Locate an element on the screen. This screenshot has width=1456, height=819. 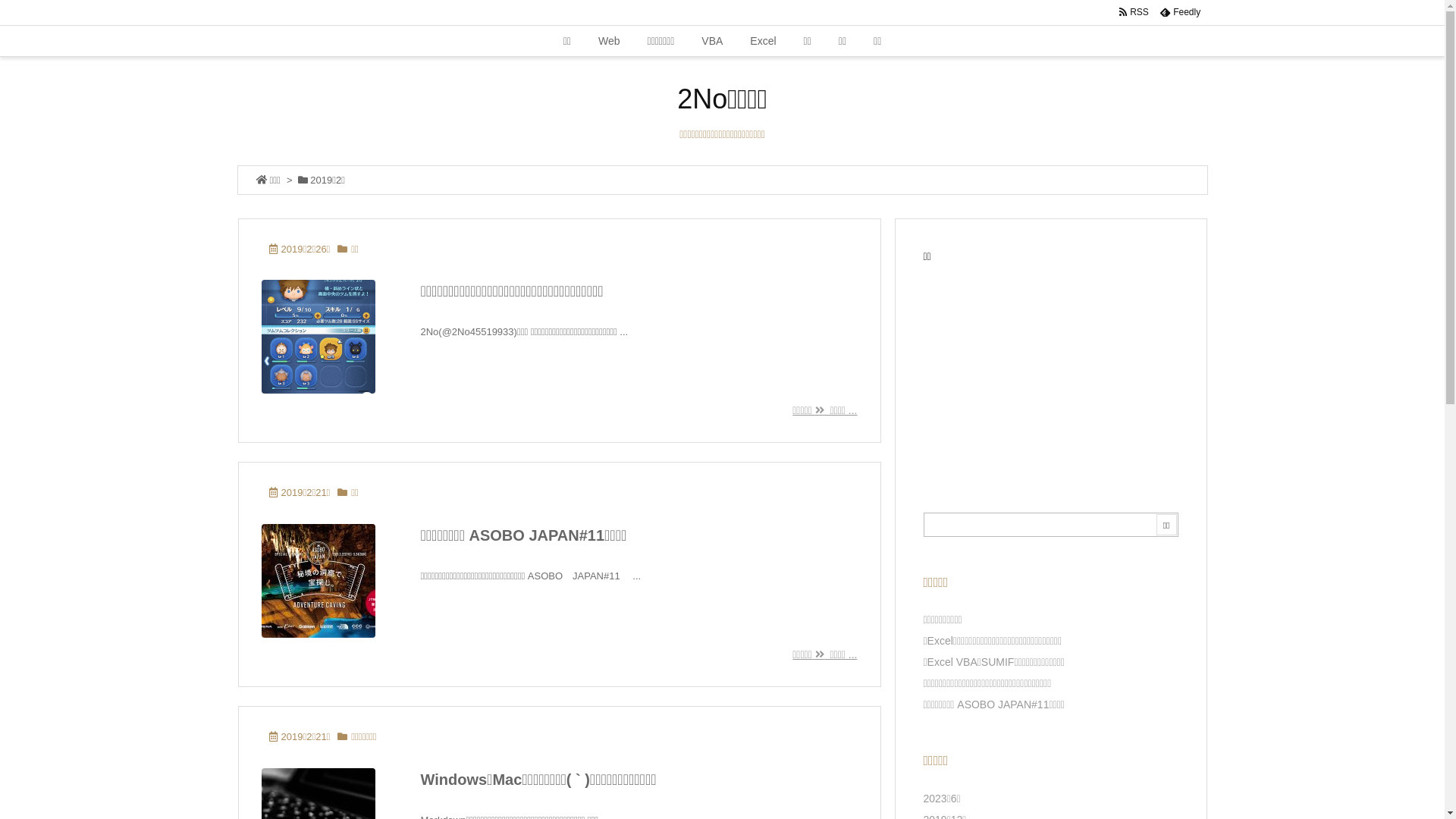
'  Feedly ' is located at coordinates (1153, 11).